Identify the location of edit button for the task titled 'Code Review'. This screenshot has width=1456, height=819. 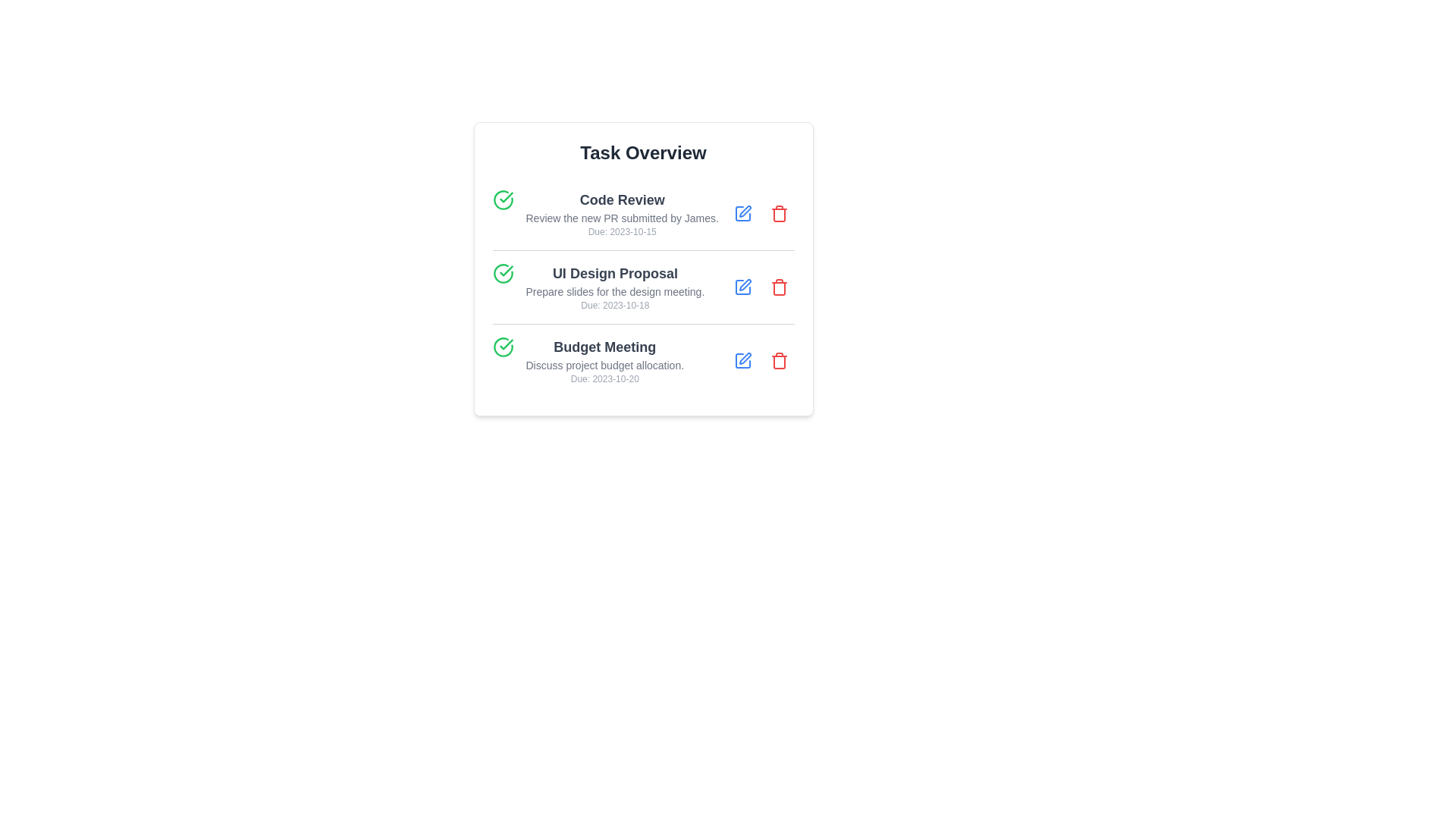
(742, 213).